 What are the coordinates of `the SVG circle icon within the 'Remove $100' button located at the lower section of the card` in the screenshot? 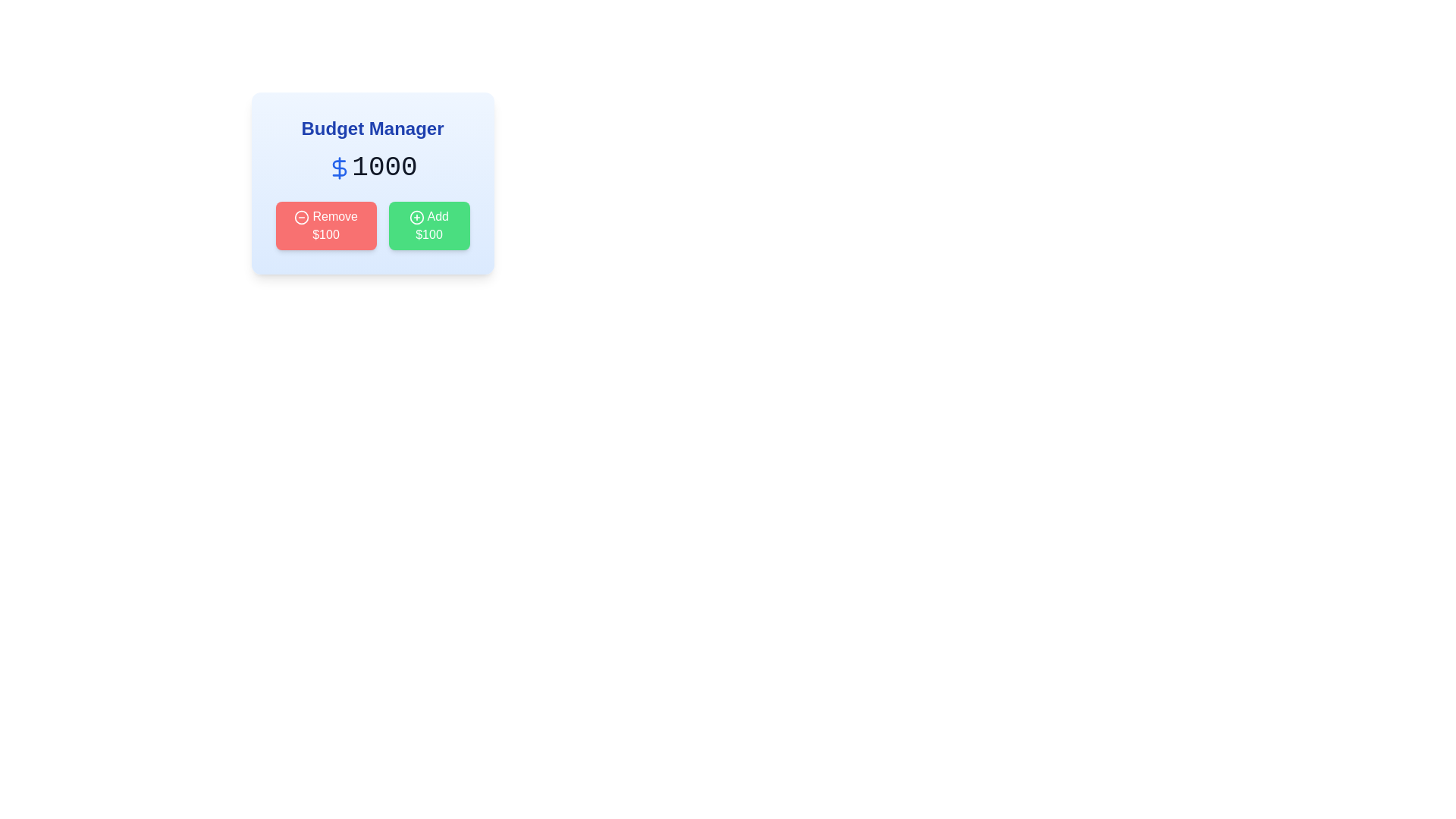 It's located at (302, 217).